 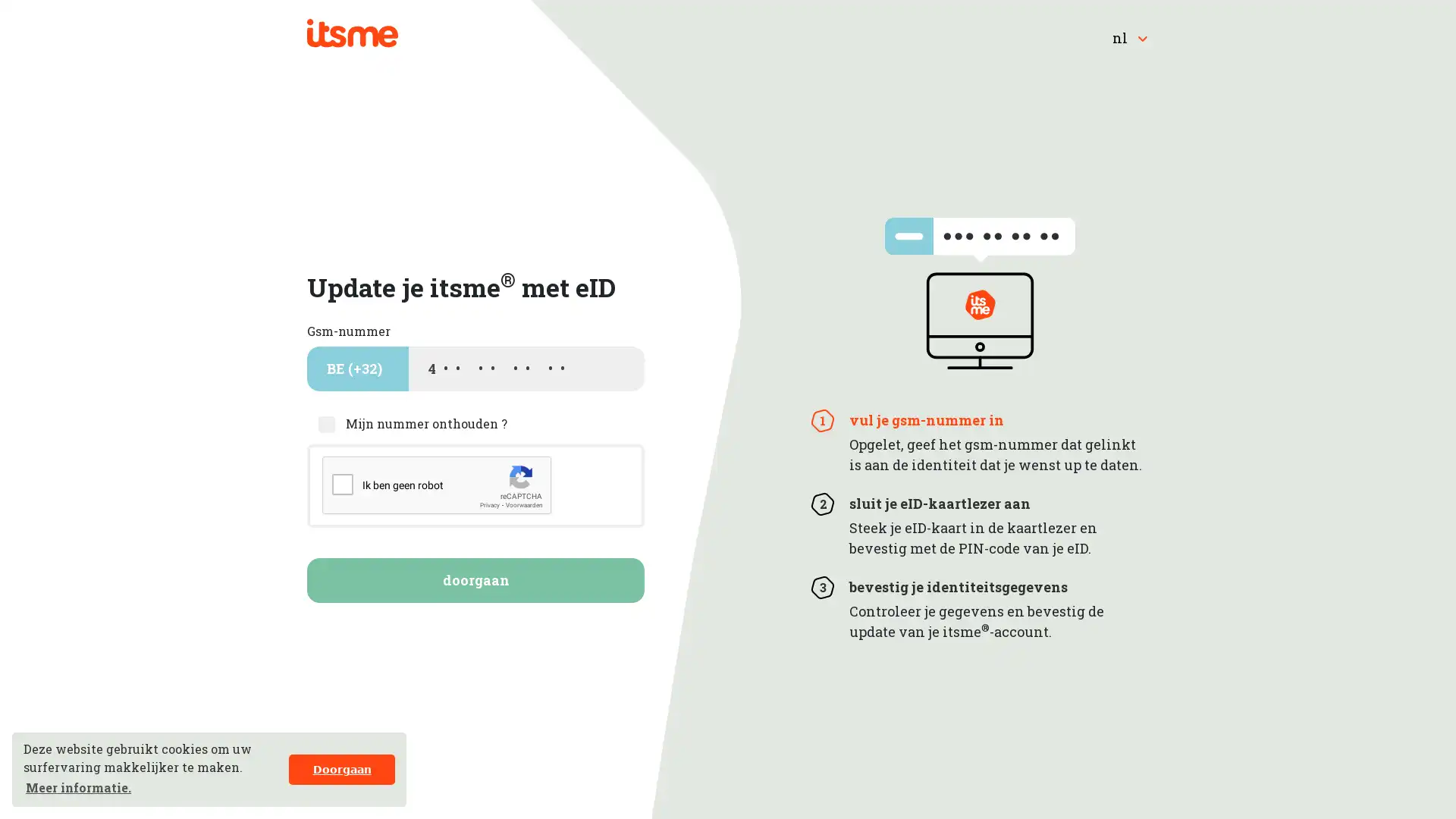 I want to click on learn more about cookies, so click(x=77, y=786).